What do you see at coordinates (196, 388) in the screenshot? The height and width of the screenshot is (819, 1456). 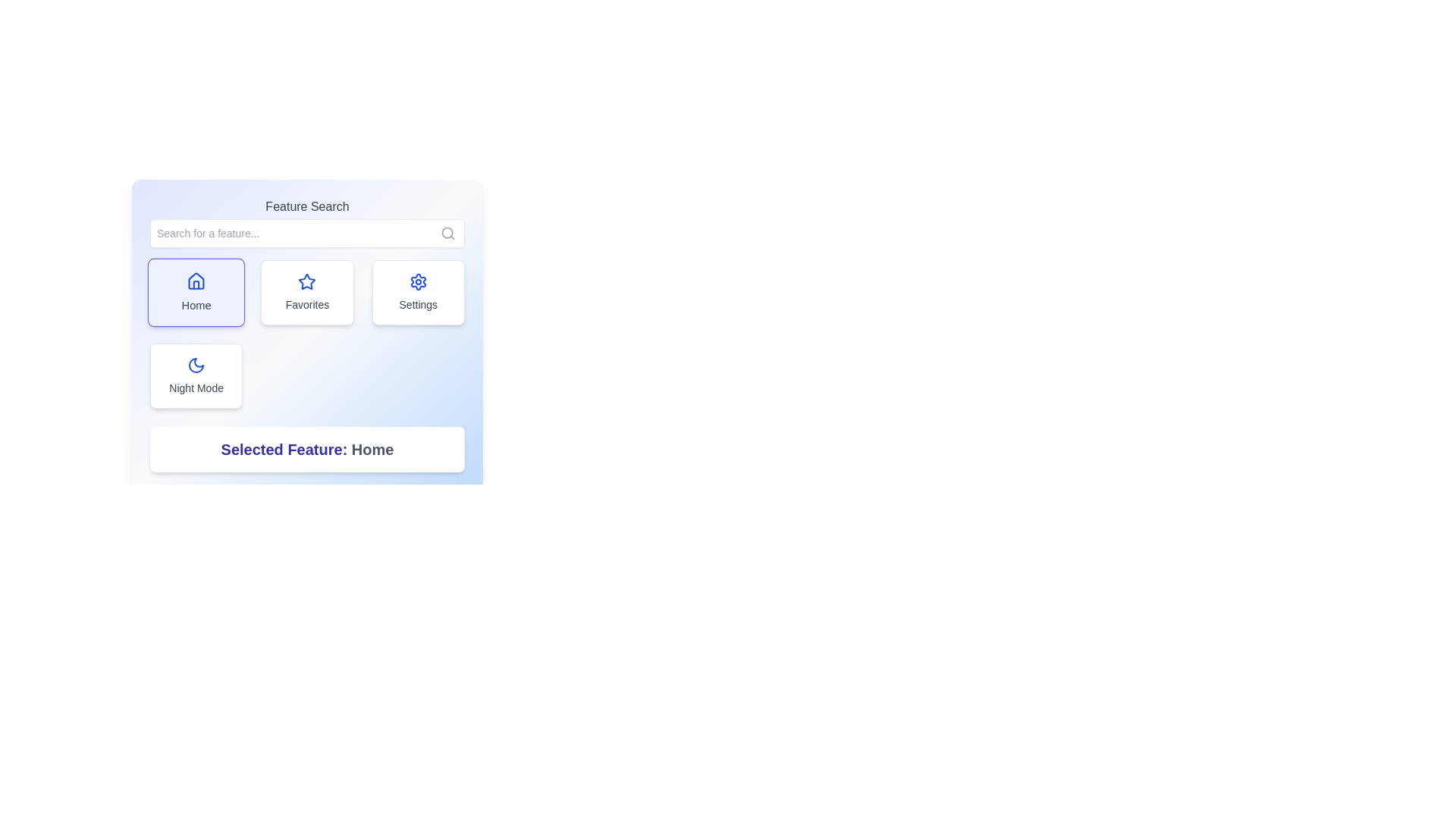 I see `the text label beneath the moon icon within the 'Night Mode' card interface, which serves as a descriptive label for the feature it represents` at bounding box center [196, 388].